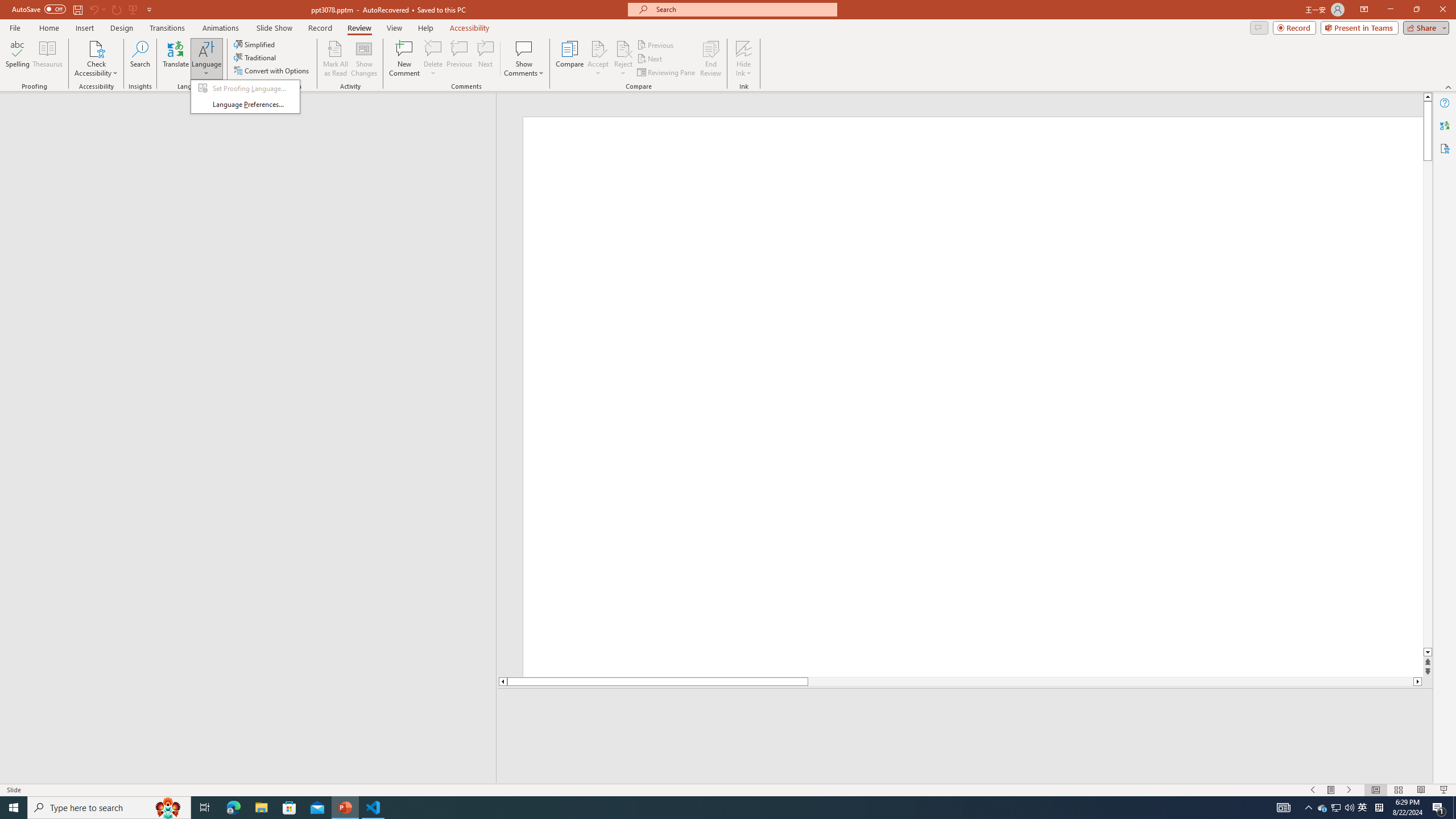 The height and width of the screenshot is (819, 1456). What do you see at coordinates (364, 59) in the screenshot?
I see `'Show Changes'` at bounding box center [364, 59].